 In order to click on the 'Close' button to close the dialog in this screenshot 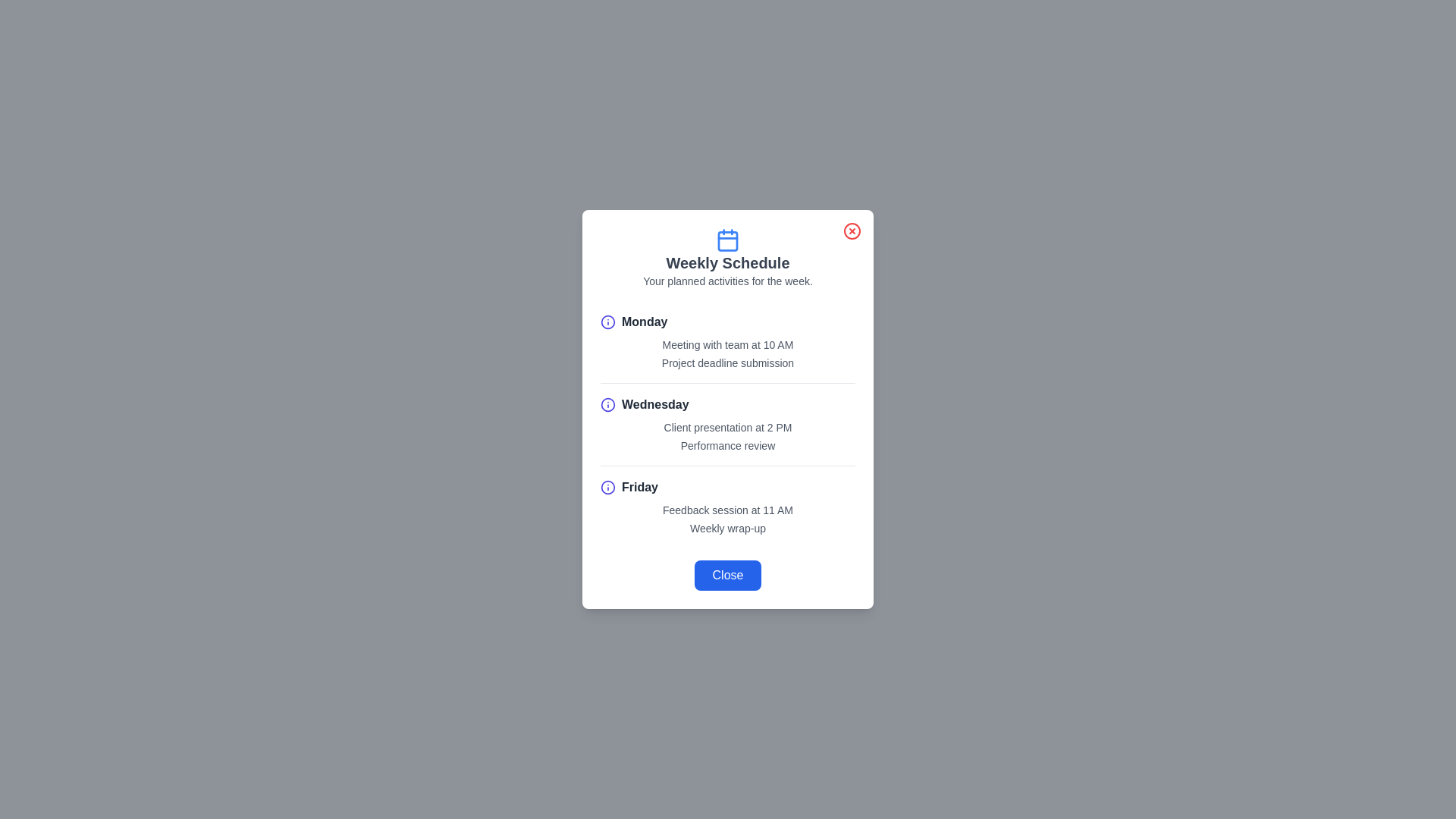, I will do `click(728, 576)`.